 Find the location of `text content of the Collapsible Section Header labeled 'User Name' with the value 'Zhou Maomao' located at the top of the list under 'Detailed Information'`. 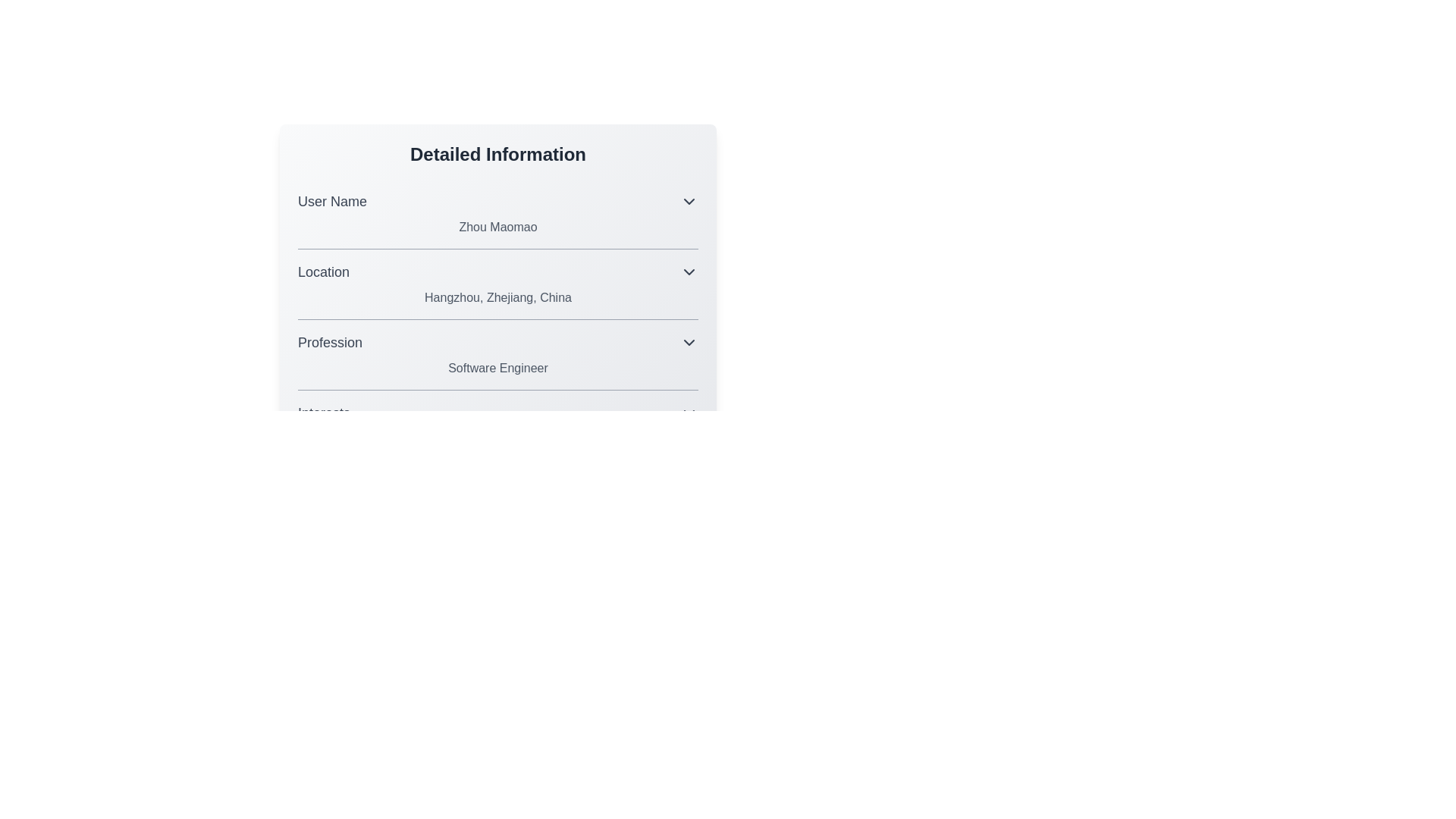

text content of the Collapsible Section Header labeled 'User Name' with the value 'Zhou Maomao' located at the top of the list under 'Detailed Information' is located at coordinates (498, 213).